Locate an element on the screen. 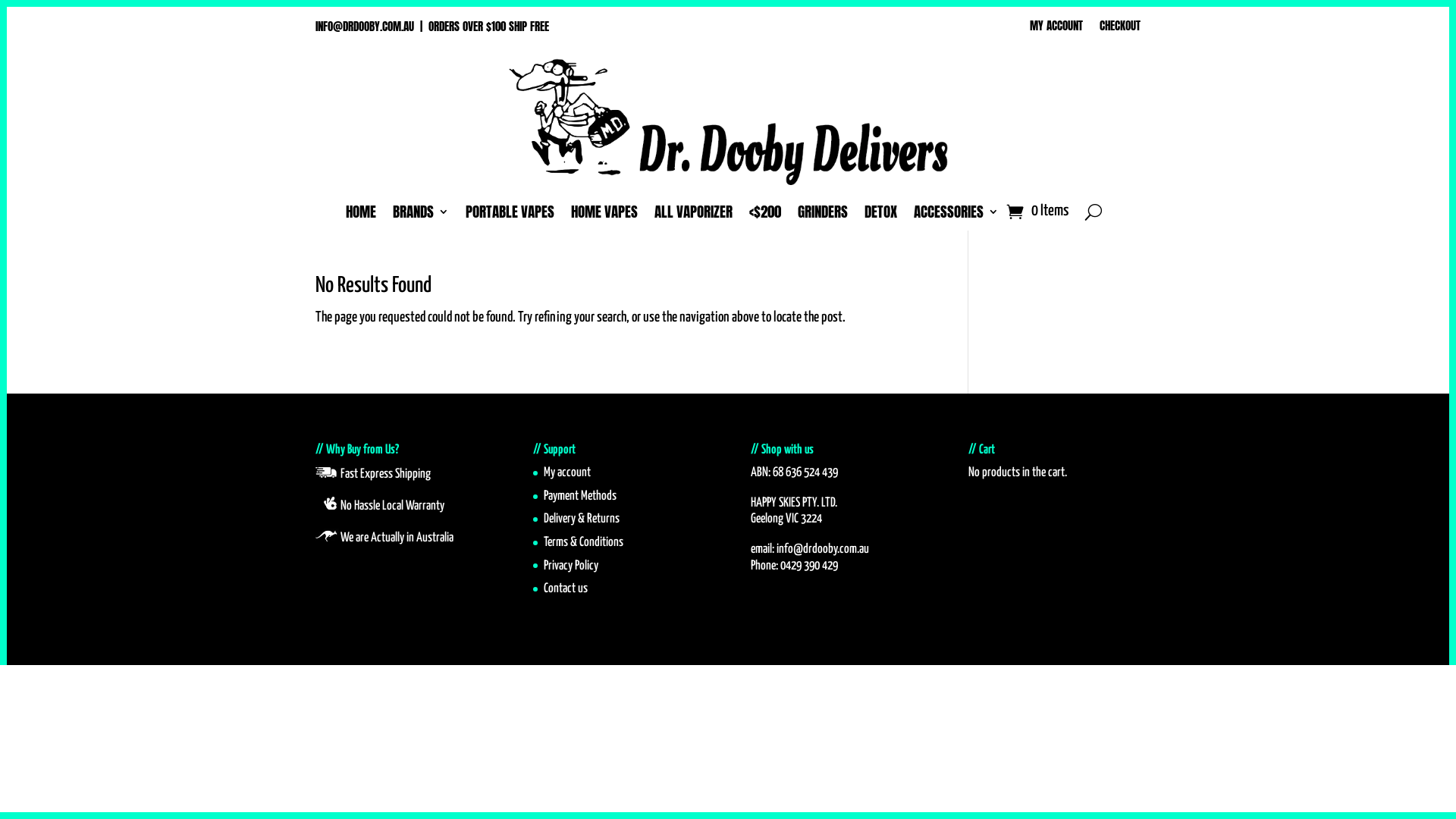  'SMAKE-THE-FLY'N-DOCTOR MASTER' is located at coordinates (728, 121).